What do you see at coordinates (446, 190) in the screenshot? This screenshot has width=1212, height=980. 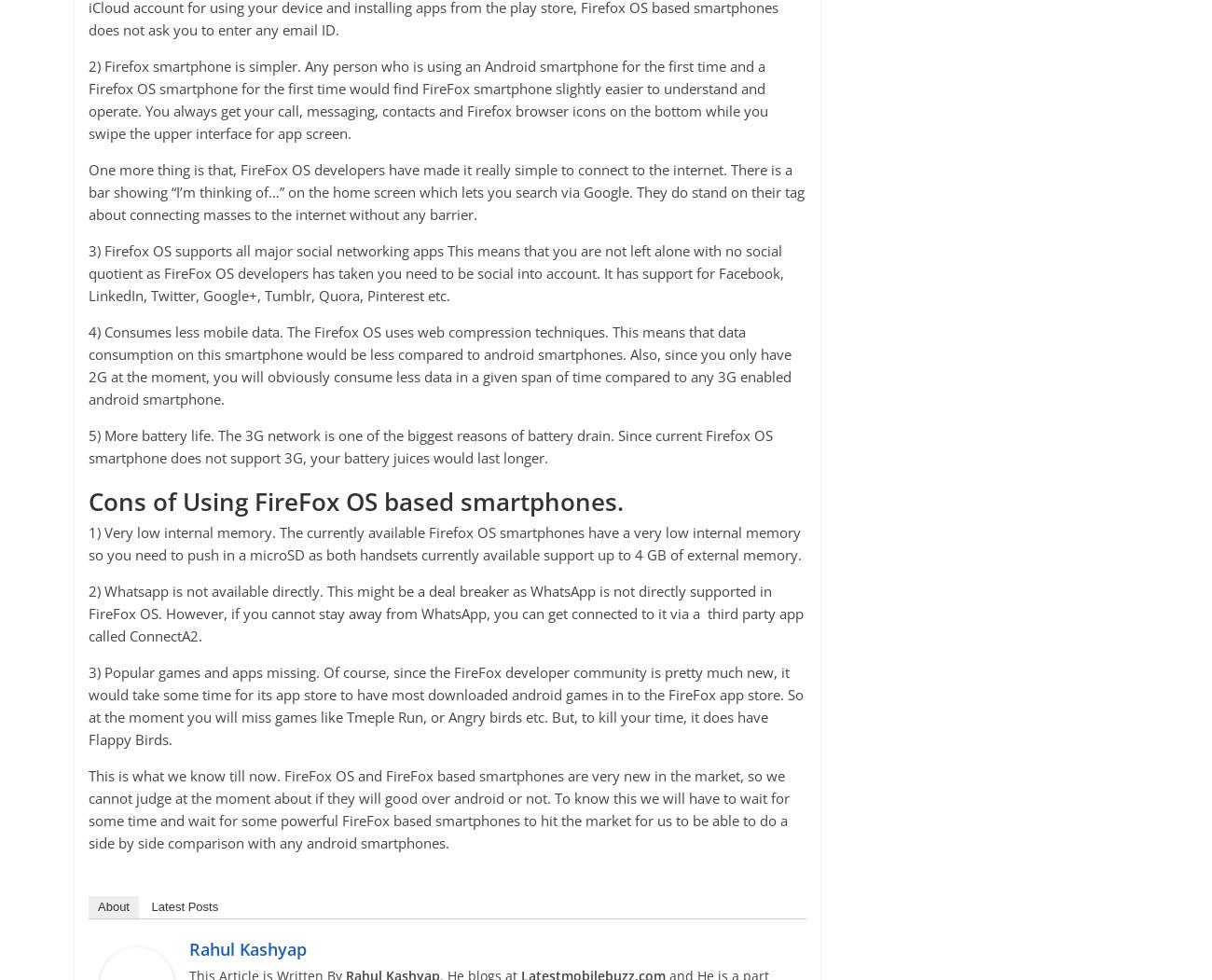 I see `'One more thing is that, FireFox OS developers have made it really simple to connect to the internet. There is a bar showing “I’m thinking of…” on the home screen which lets you search via Google. They do stand on their tag about connecting masses to the internet without any barrier.'` at bounding box center [446, 190].